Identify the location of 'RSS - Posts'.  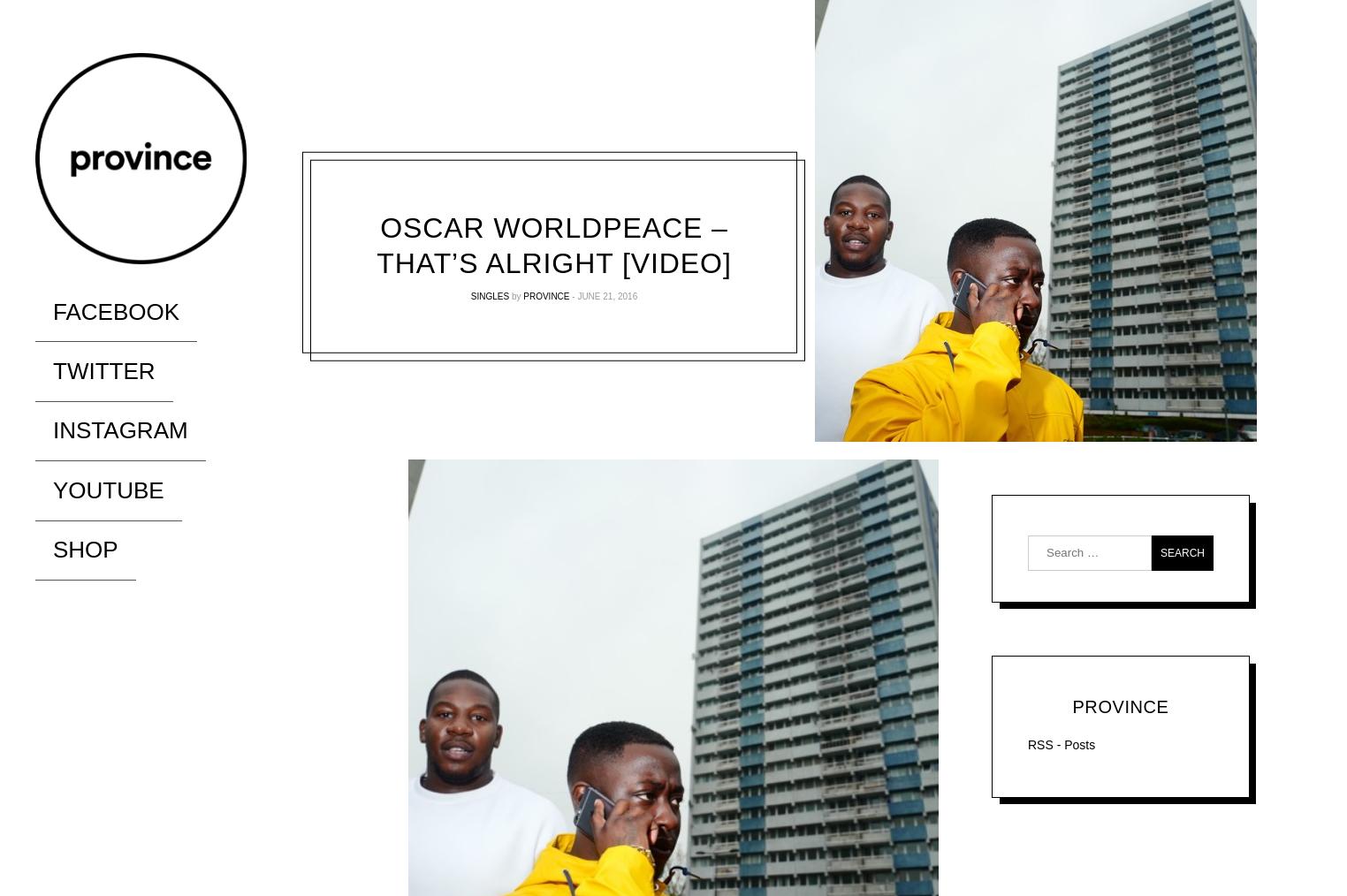
(1026, 745).